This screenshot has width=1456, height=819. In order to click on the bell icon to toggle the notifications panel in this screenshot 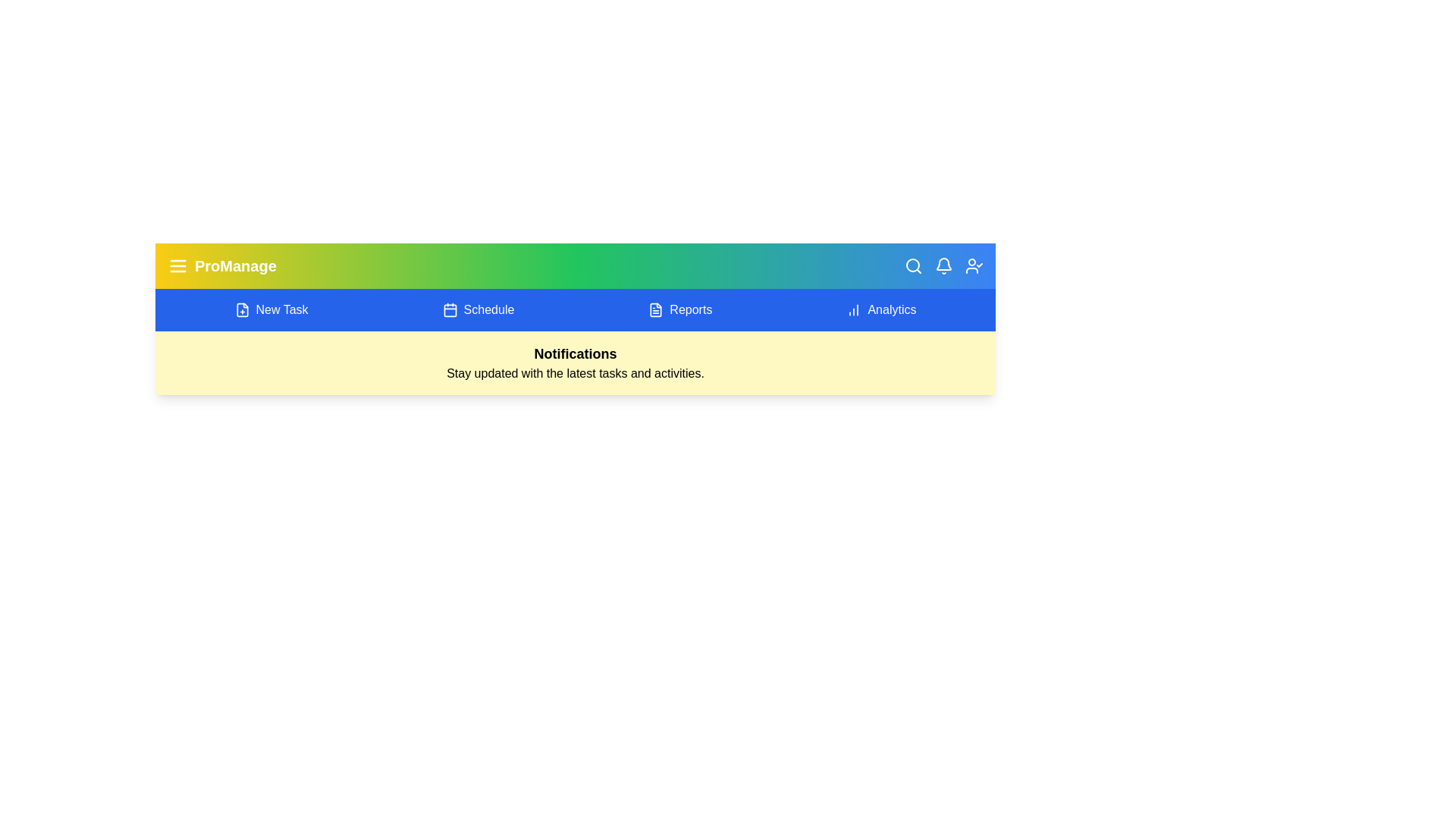, I will do `click(943, 265)`.